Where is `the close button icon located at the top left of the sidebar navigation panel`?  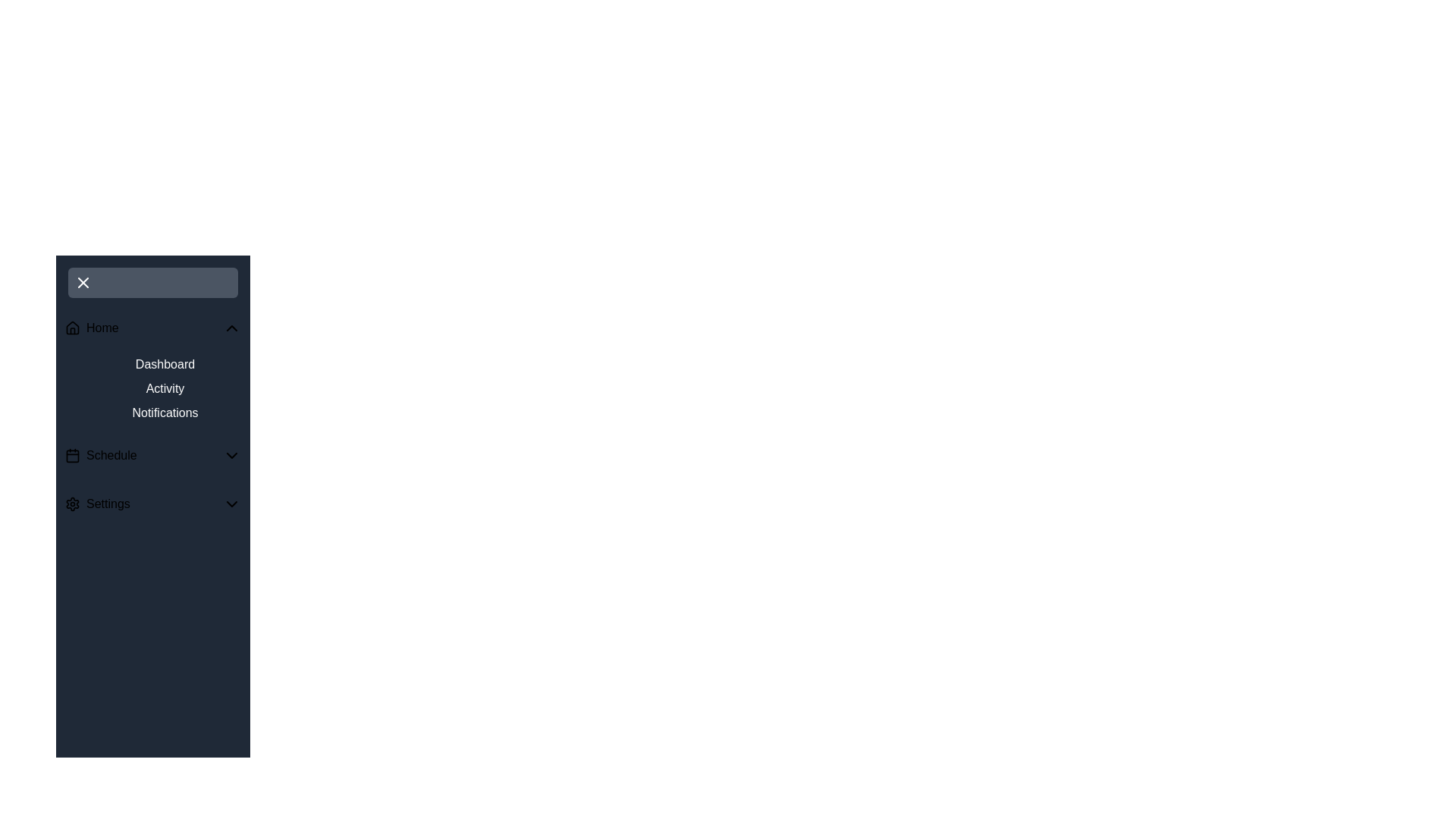 the close button icon located at the top left of the sidebar navigation panel is located at coordinates (83, 283).